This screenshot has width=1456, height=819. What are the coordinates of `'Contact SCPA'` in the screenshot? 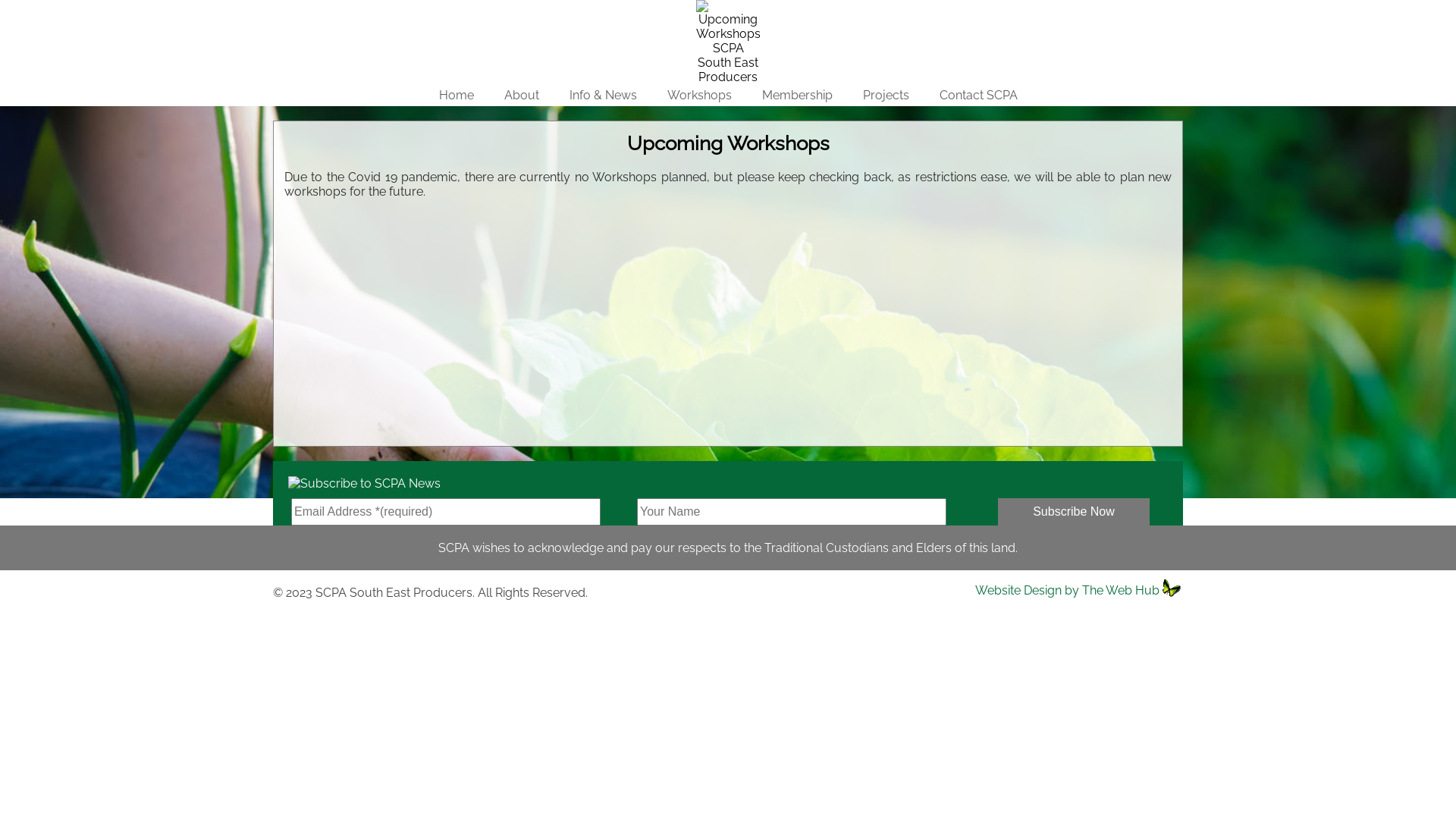 It's located at (977, 95).